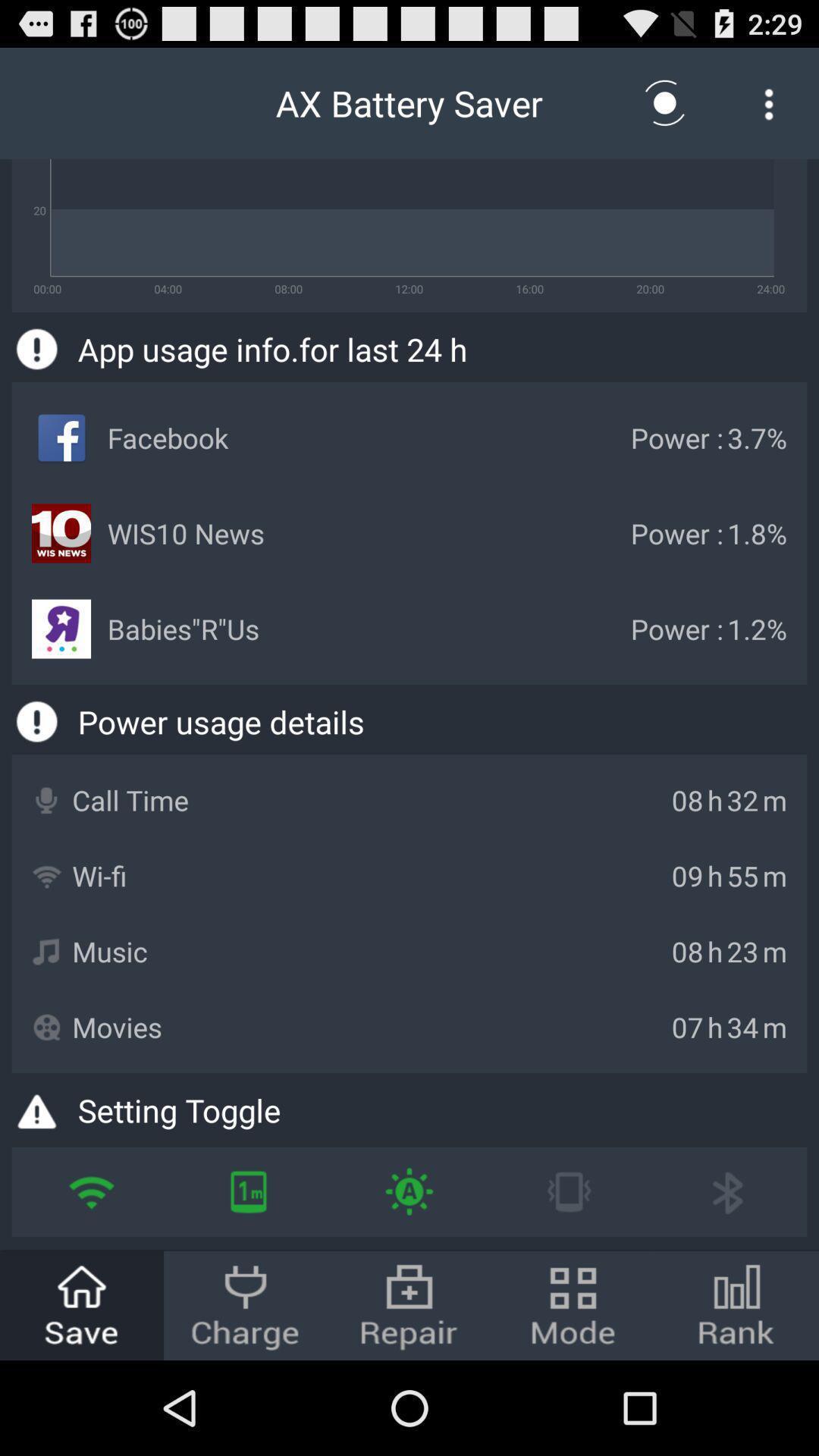 The image size is (819, 1456). Describe the element at coordinates (664, 102) in the screenshot. I see `the icon to the right of ax battery saver app` at that location.